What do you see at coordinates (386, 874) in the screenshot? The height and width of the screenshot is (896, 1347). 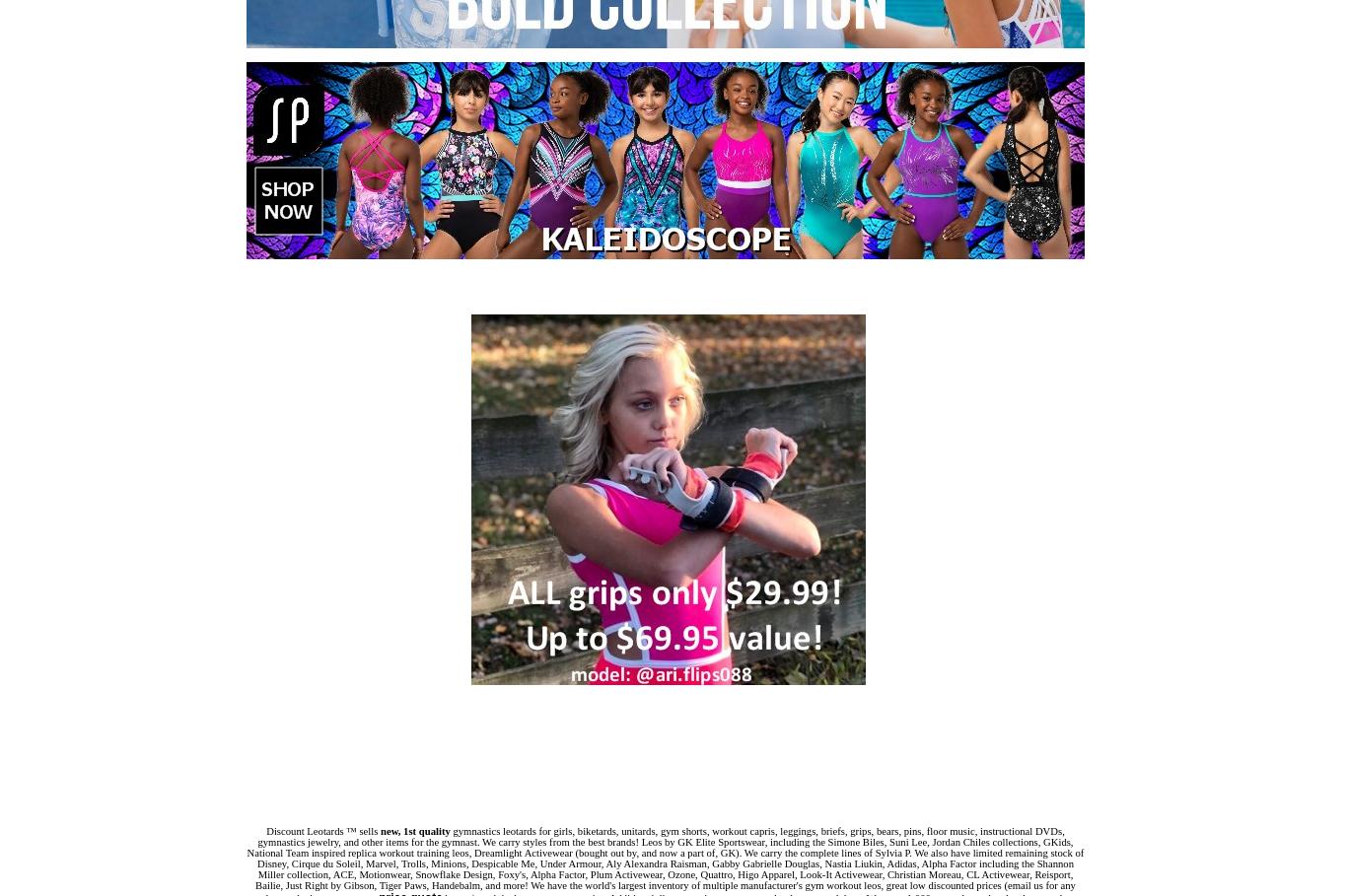 I see `'Motionwear,'` at bounding box center [386, 874].